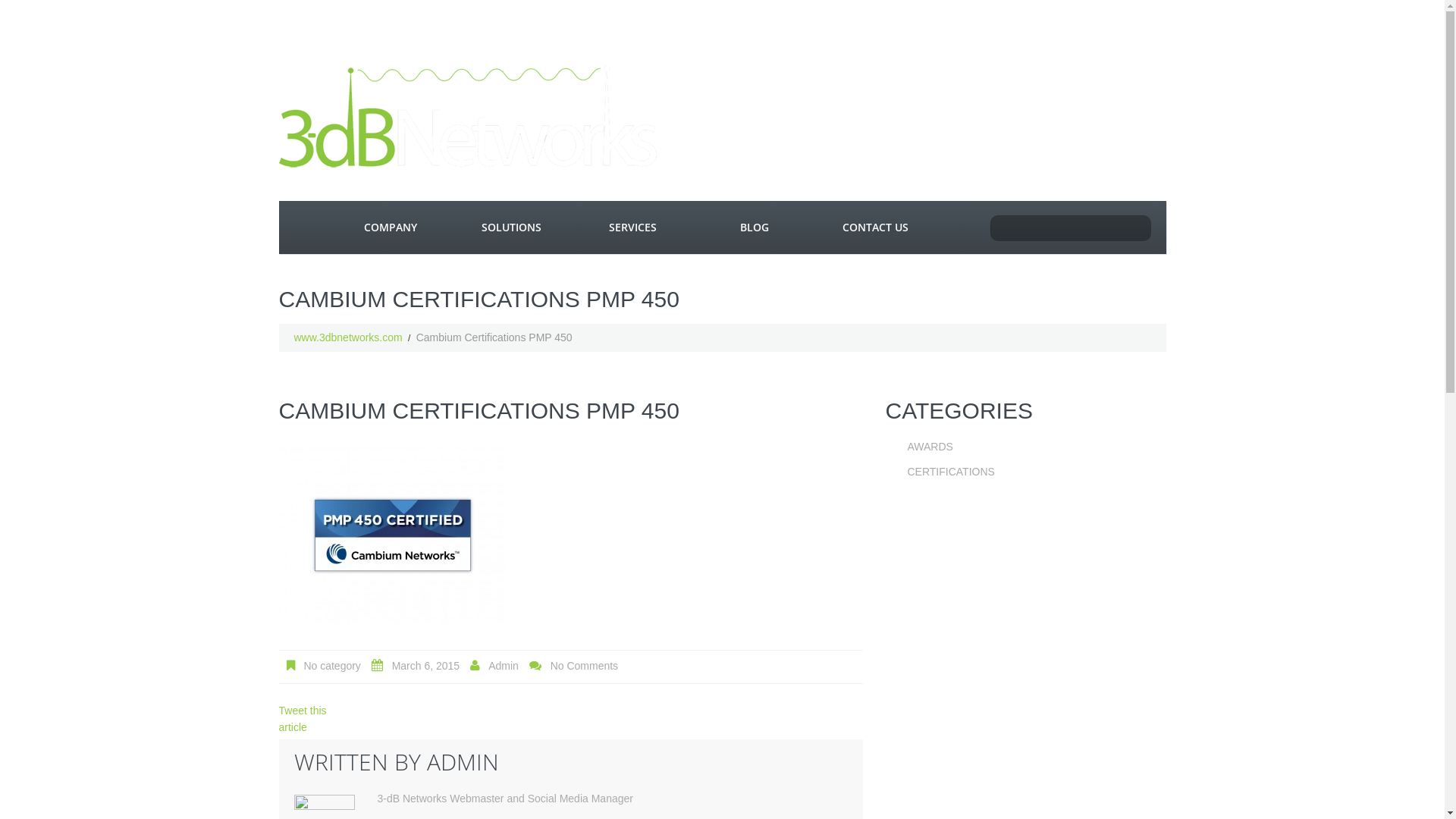 The width and height of the screenshot is (1456, 819). I want to click on 'SOLUTIONS', so click(512, 227).